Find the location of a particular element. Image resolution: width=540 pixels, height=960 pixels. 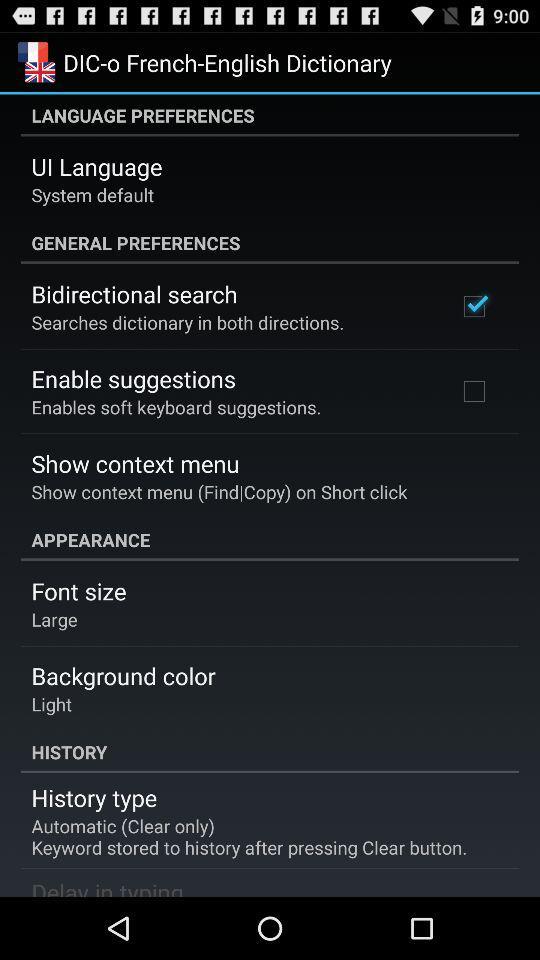

the app below bidirectional search icon is located at coordinates (187, 322).